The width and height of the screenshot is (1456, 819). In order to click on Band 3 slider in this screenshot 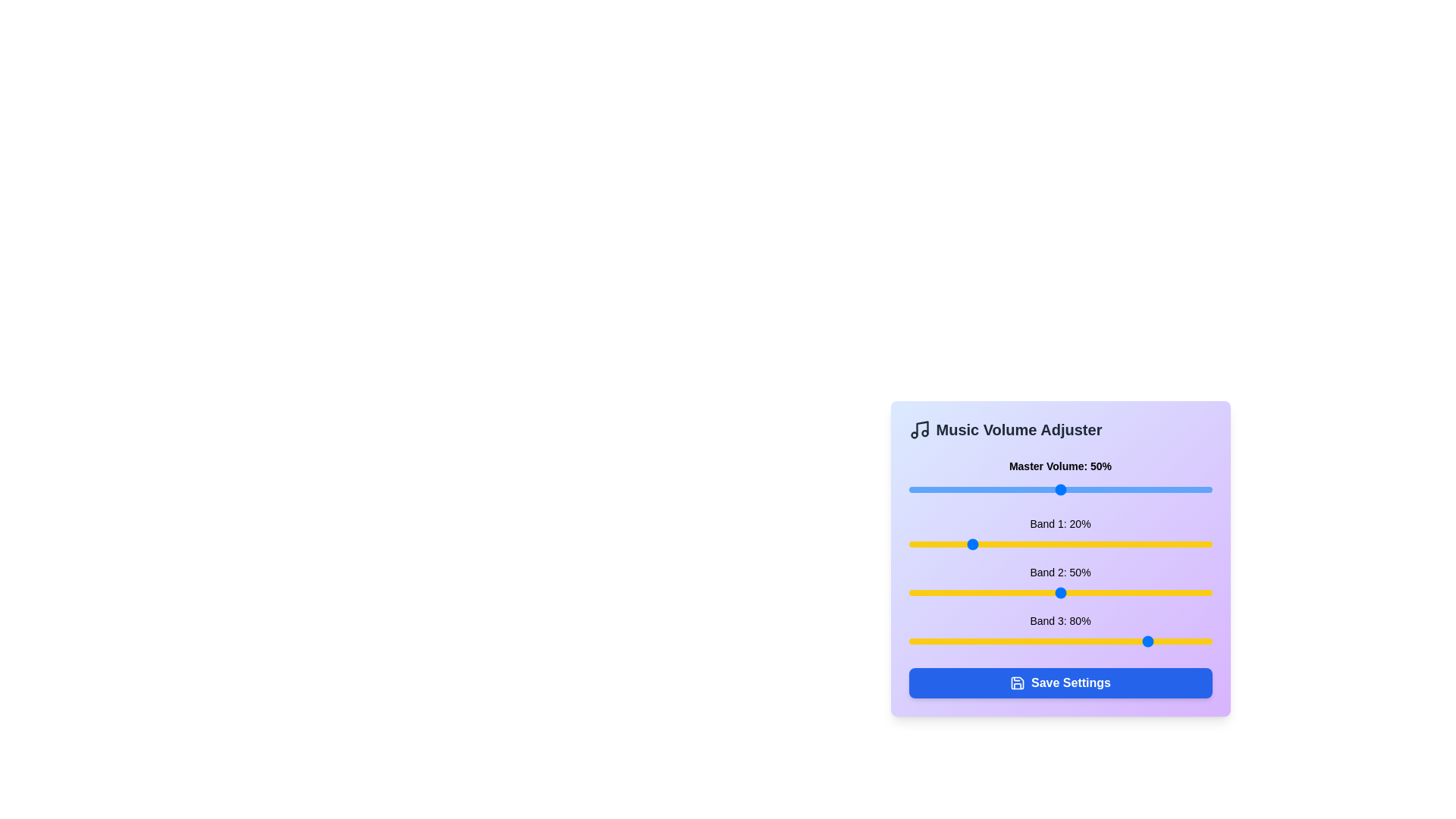, I will do `click(1169, 641)`.